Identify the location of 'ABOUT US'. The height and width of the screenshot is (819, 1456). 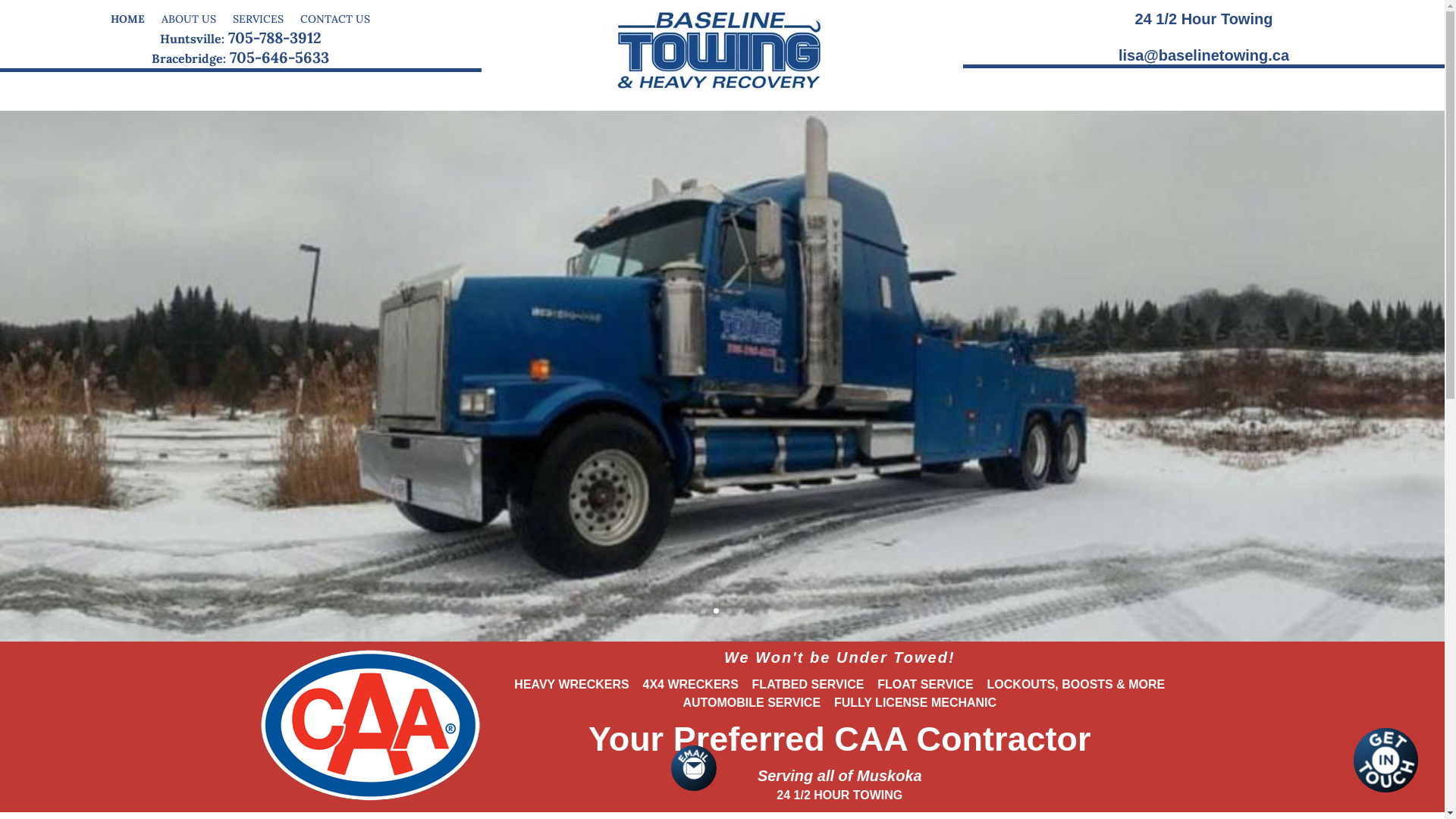
(188, 14).